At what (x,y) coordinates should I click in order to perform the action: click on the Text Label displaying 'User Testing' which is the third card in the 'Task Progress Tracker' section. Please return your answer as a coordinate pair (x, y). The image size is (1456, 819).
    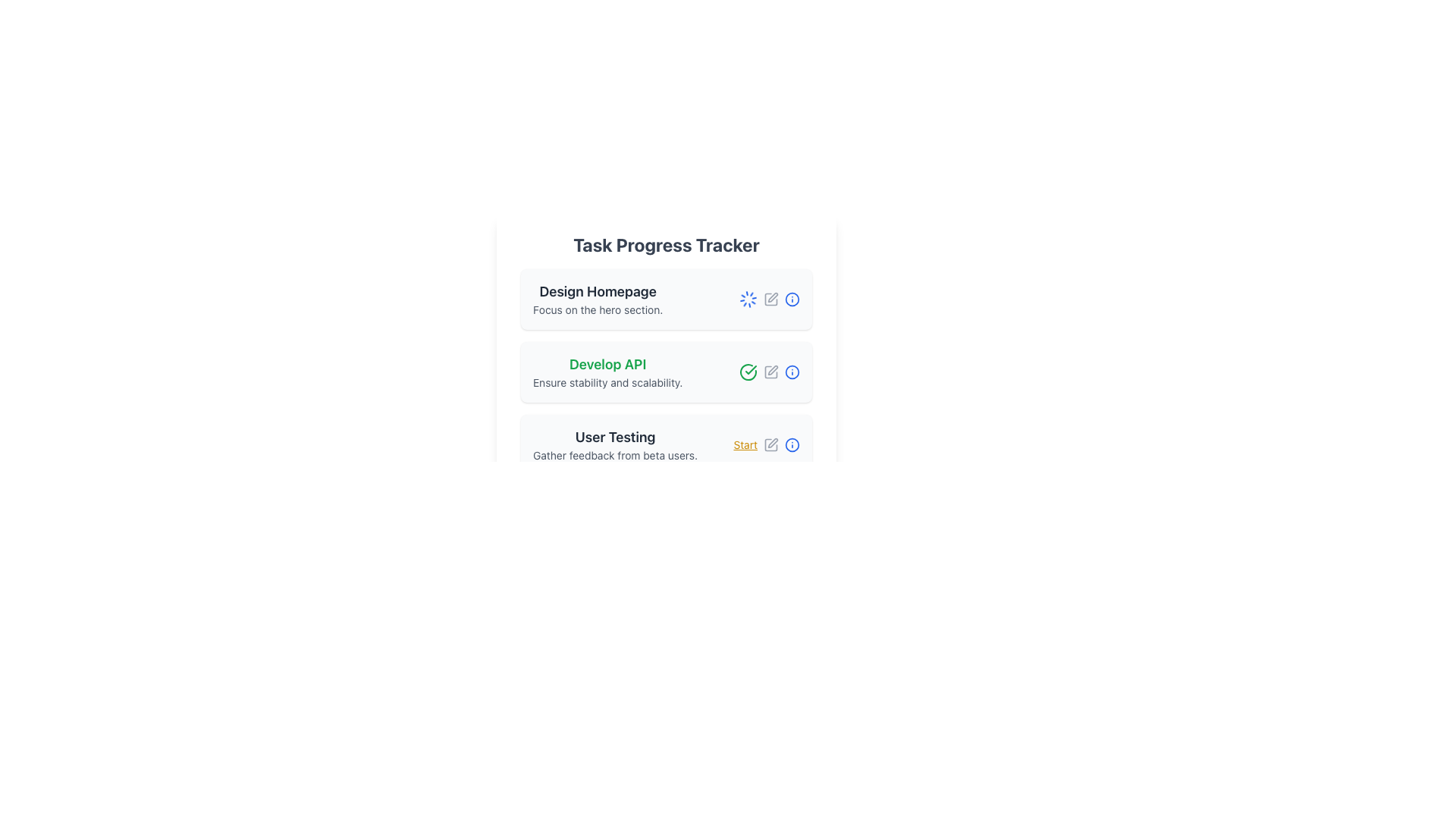
    Looking at the image, I should click on (615, 444).